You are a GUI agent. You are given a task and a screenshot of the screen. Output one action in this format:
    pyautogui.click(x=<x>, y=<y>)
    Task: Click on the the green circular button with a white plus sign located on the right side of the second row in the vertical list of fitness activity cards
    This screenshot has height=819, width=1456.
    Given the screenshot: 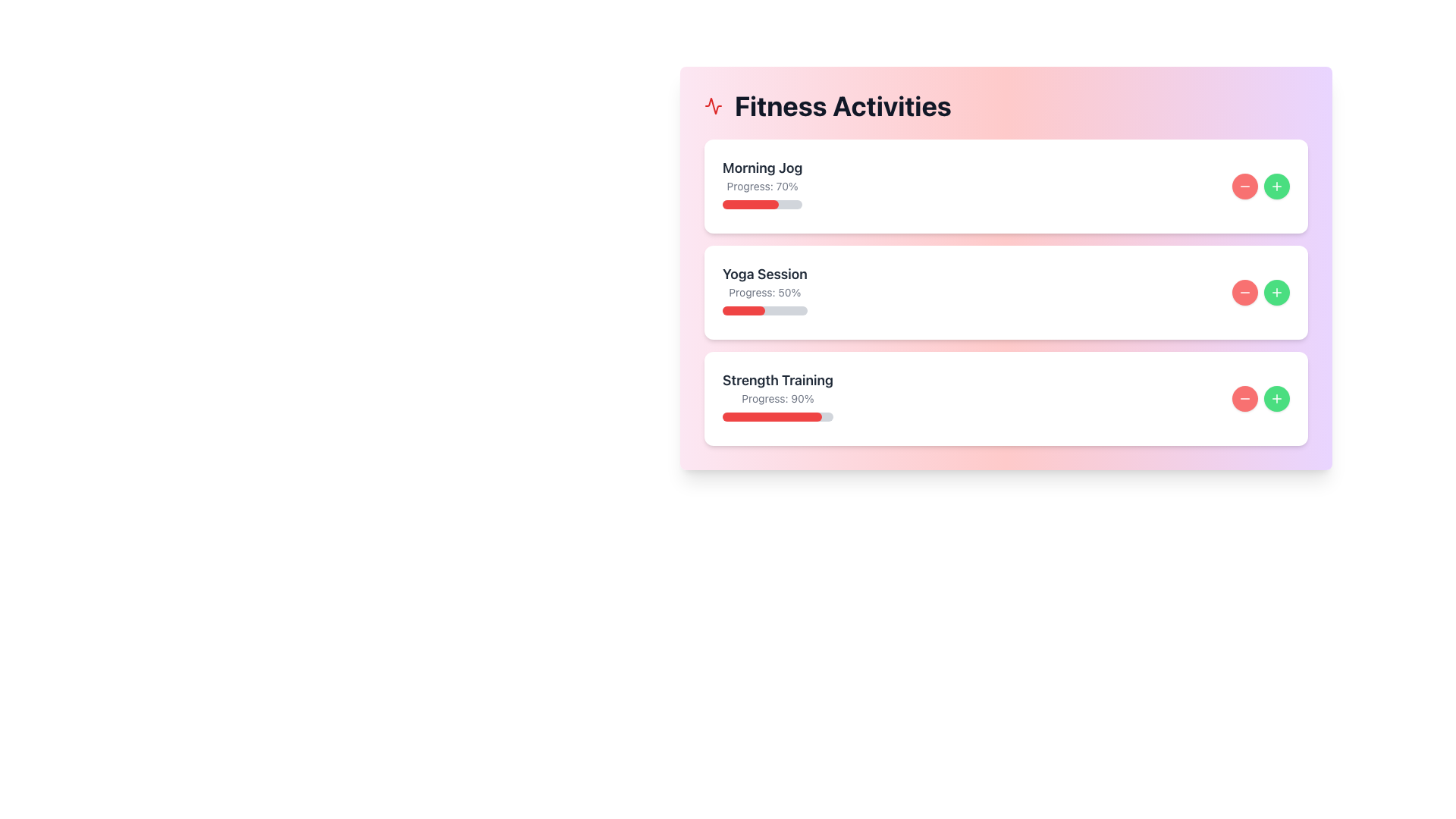 What is the action you would take?
    pyautogui.click(x=1276, y=186)
    